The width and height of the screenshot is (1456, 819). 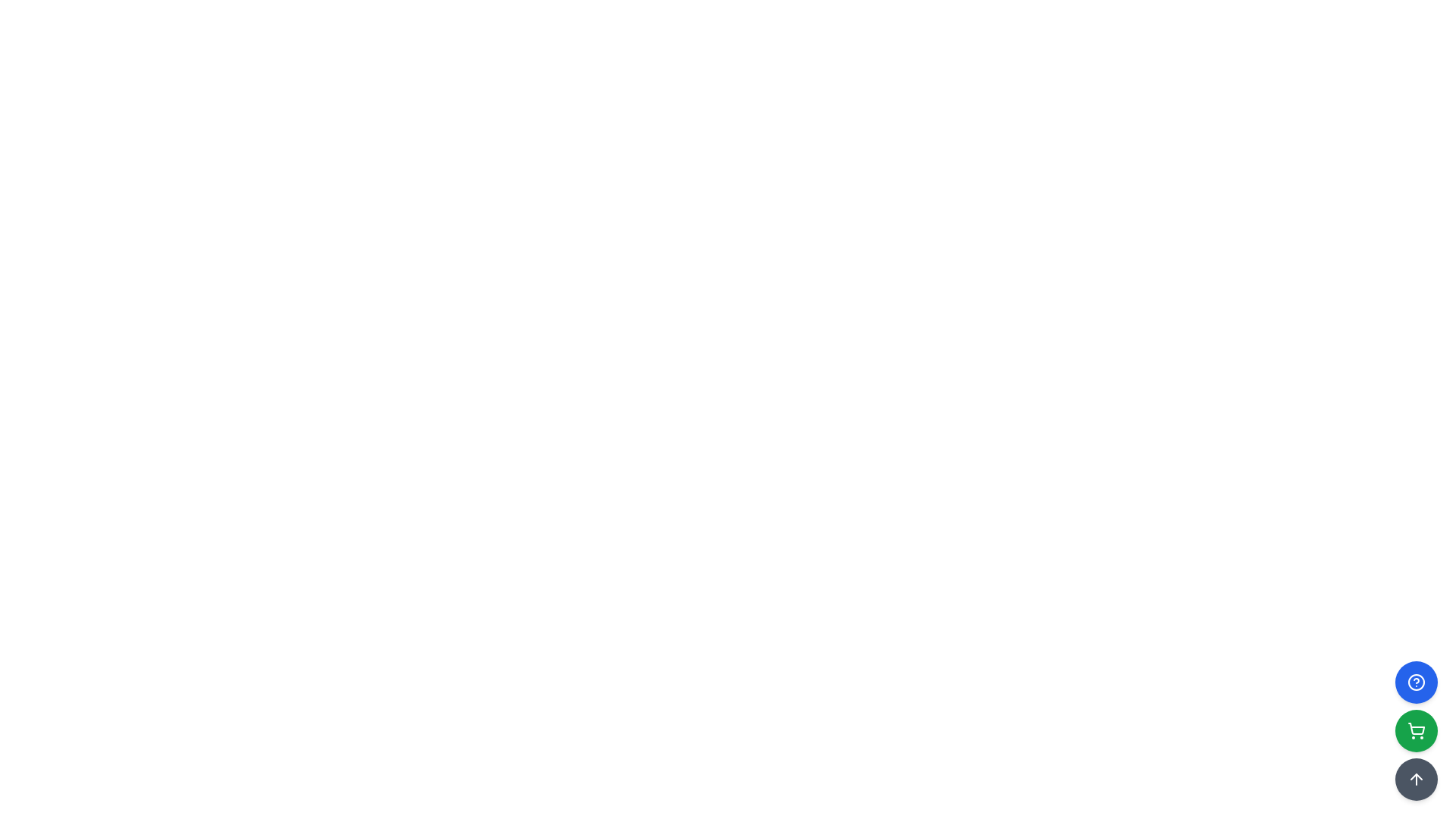 What do you see at coordinates (1415, 780) in the screenshot?
I see `the circular button with a dark gray background and a white upward arrow icon, located at the bottom of a vertical stack of three buttons in the bottom-right corner of the interface` at bounding box center [1415, 780].